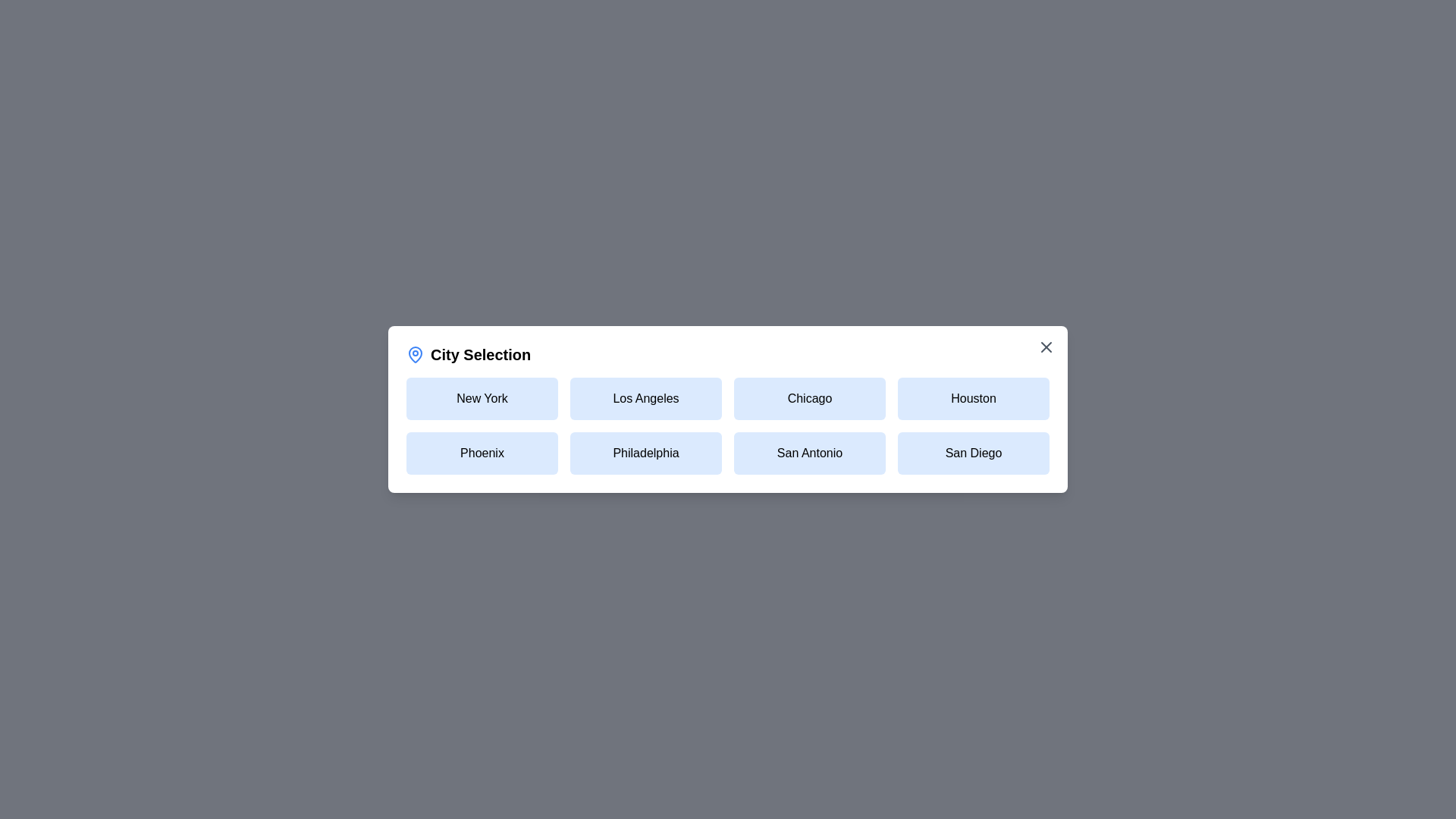 The image size is (1456, 819). Describe the element at coordinates (481, 452) in the screenshot. I see `the city Phoenix by clicking on its button` at that location.